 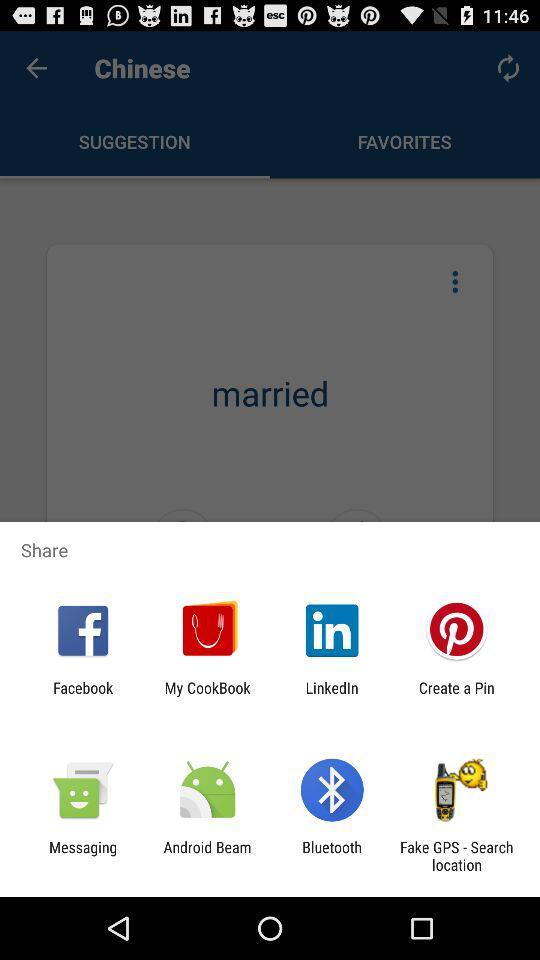 What do you see at coordinates (456, 696) in the screenshot?
I see `the icon to the right of linkedin app` at bounding box center [456, 696].